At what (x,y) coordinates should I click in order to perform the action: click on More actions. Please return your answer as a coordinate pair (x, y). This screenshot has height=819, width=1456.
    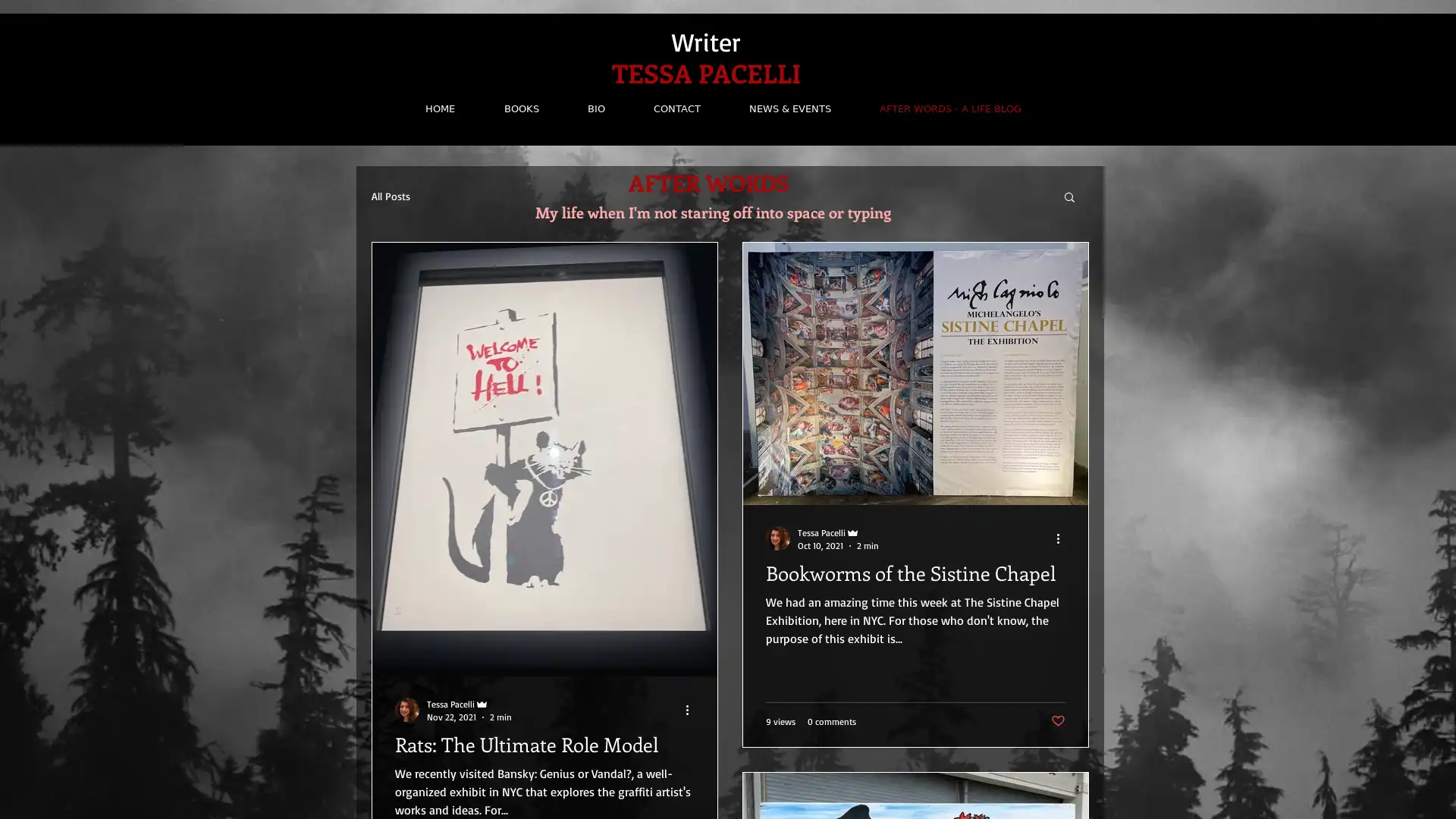
    Looking at the image, I should click on (1062, 537).